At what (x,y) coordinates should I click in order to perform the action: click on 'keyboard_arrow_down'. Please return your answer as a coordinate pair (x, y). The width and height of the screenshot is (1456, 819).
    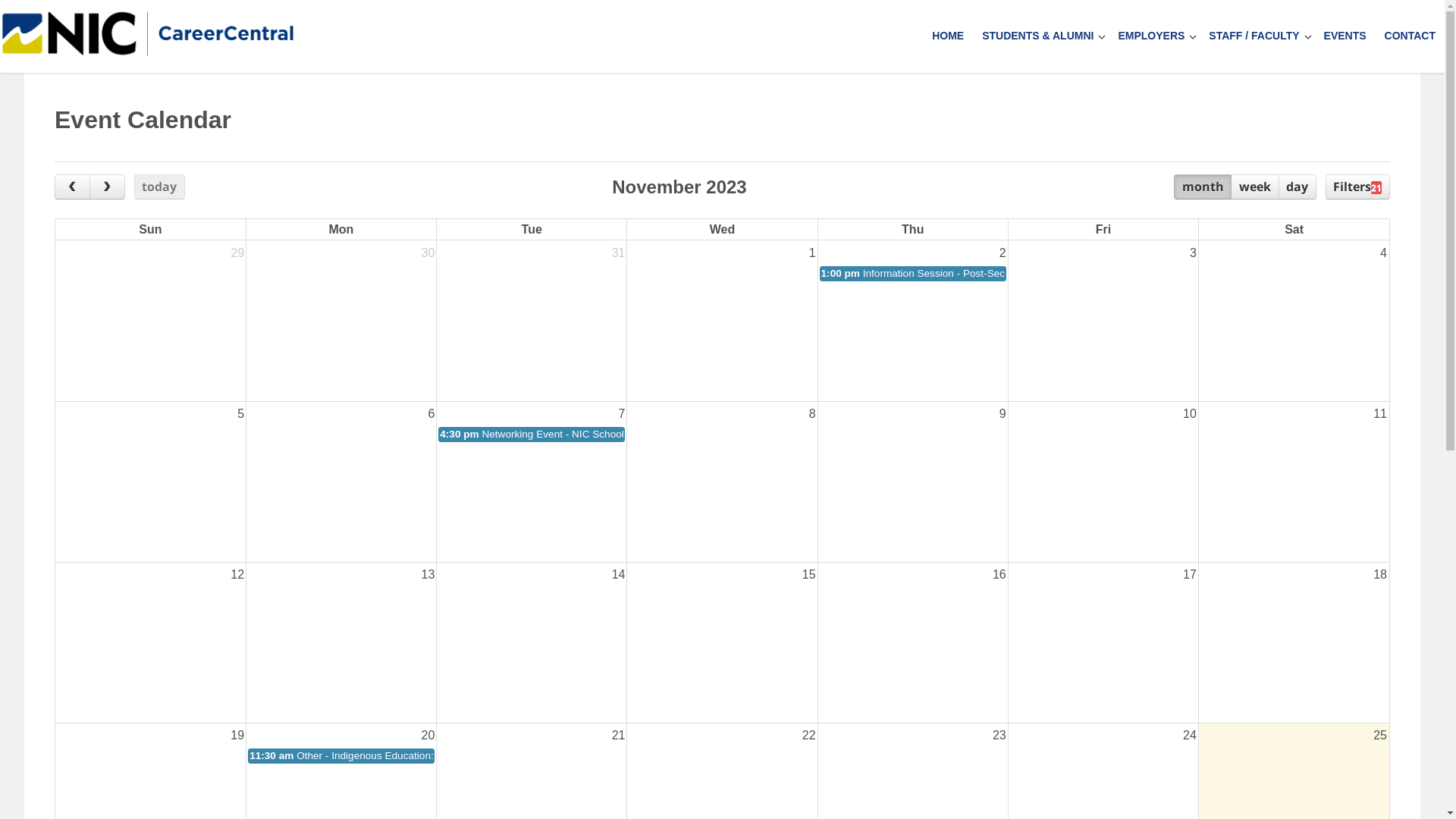
    Looking at the image, I should click on (1307, 36).